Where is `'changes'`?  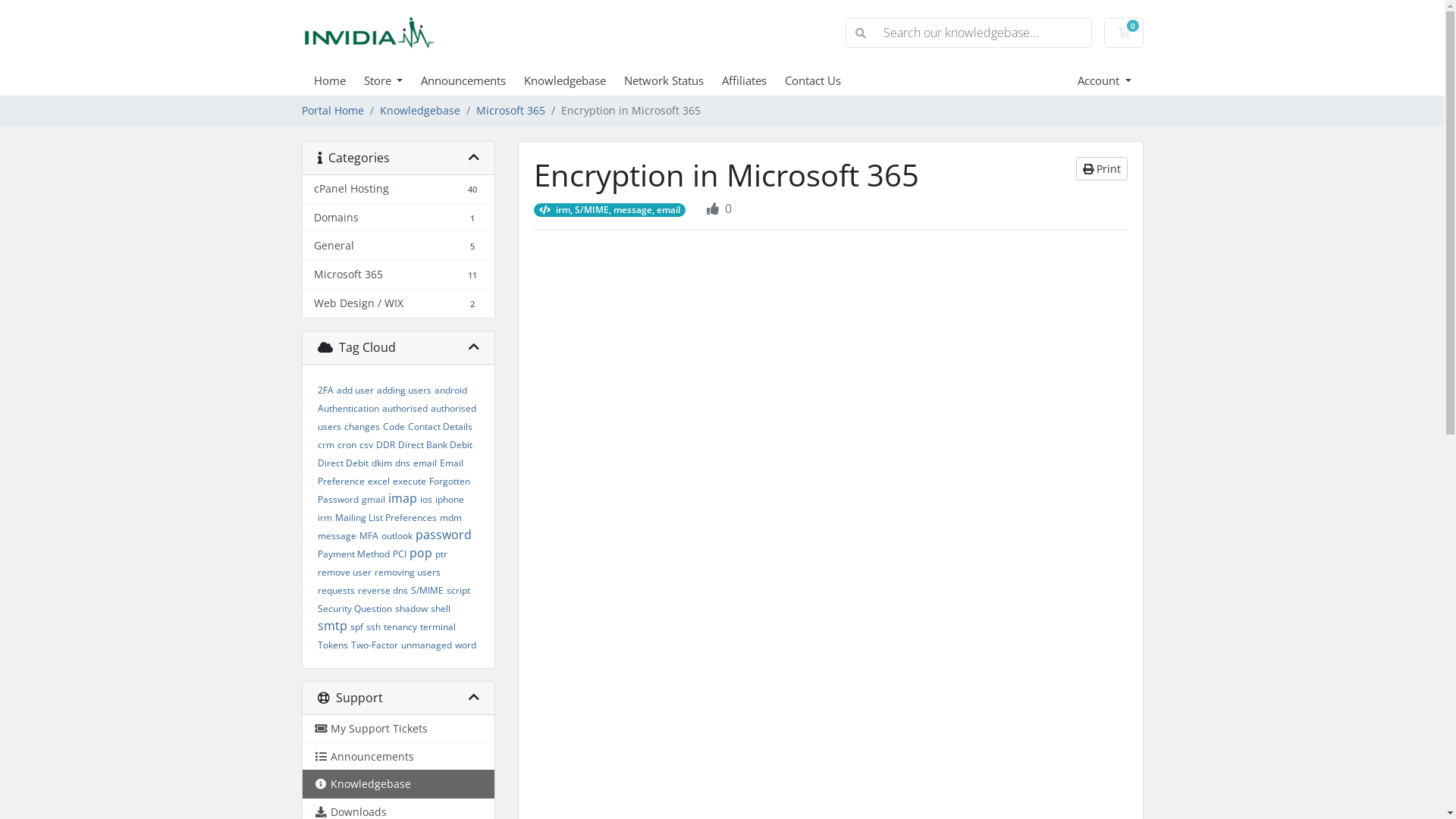 'changes' is located at coordinates (361, 426).